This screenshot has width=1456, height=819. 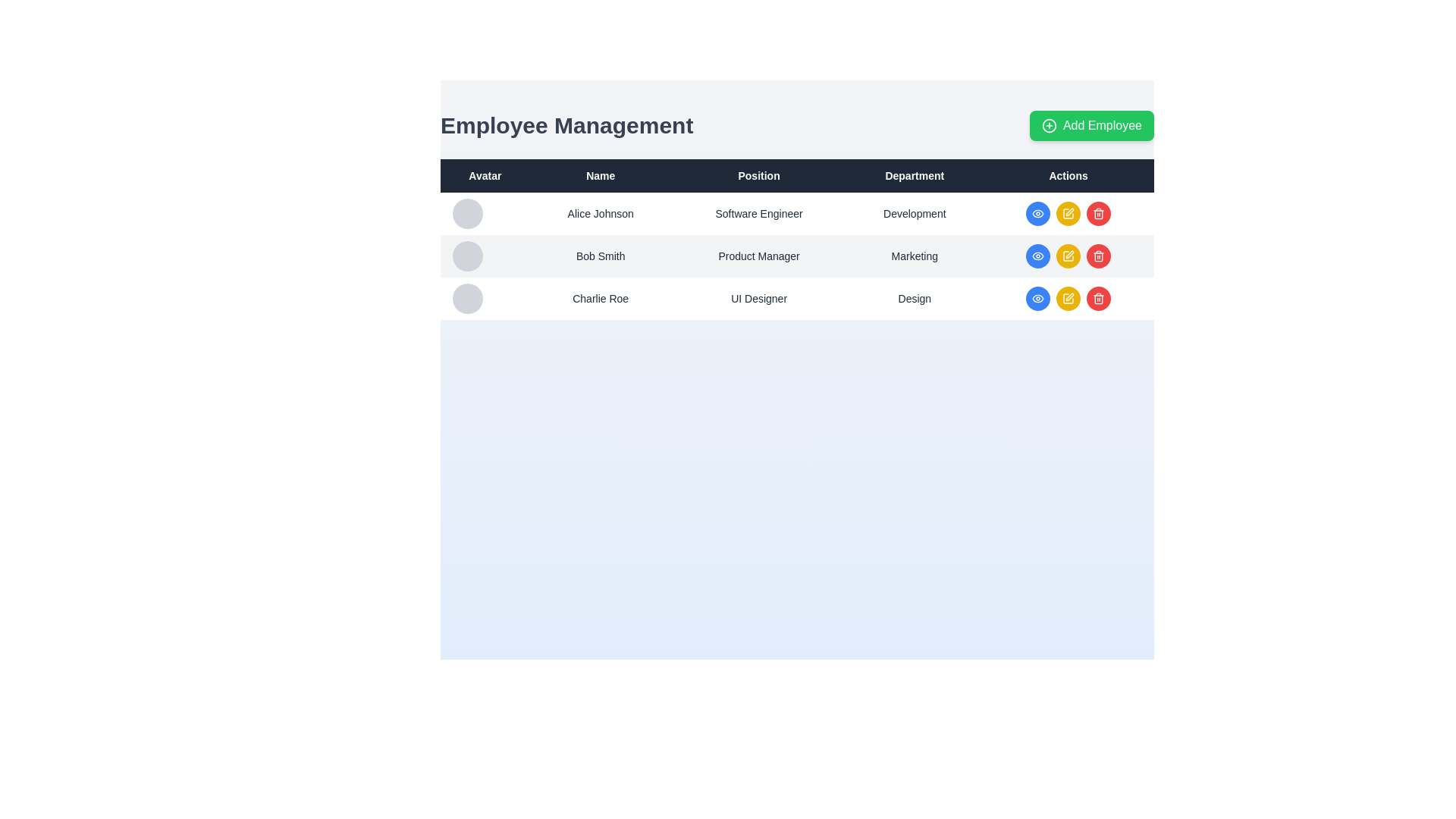 What do you see at coordinates (1099, 256) in the screenshot?
I see `the delete button for 'Charlie Roe', located in the last column under the 'Actions' header, to possibly display a tooltip` at bounding box center [1099, 256].